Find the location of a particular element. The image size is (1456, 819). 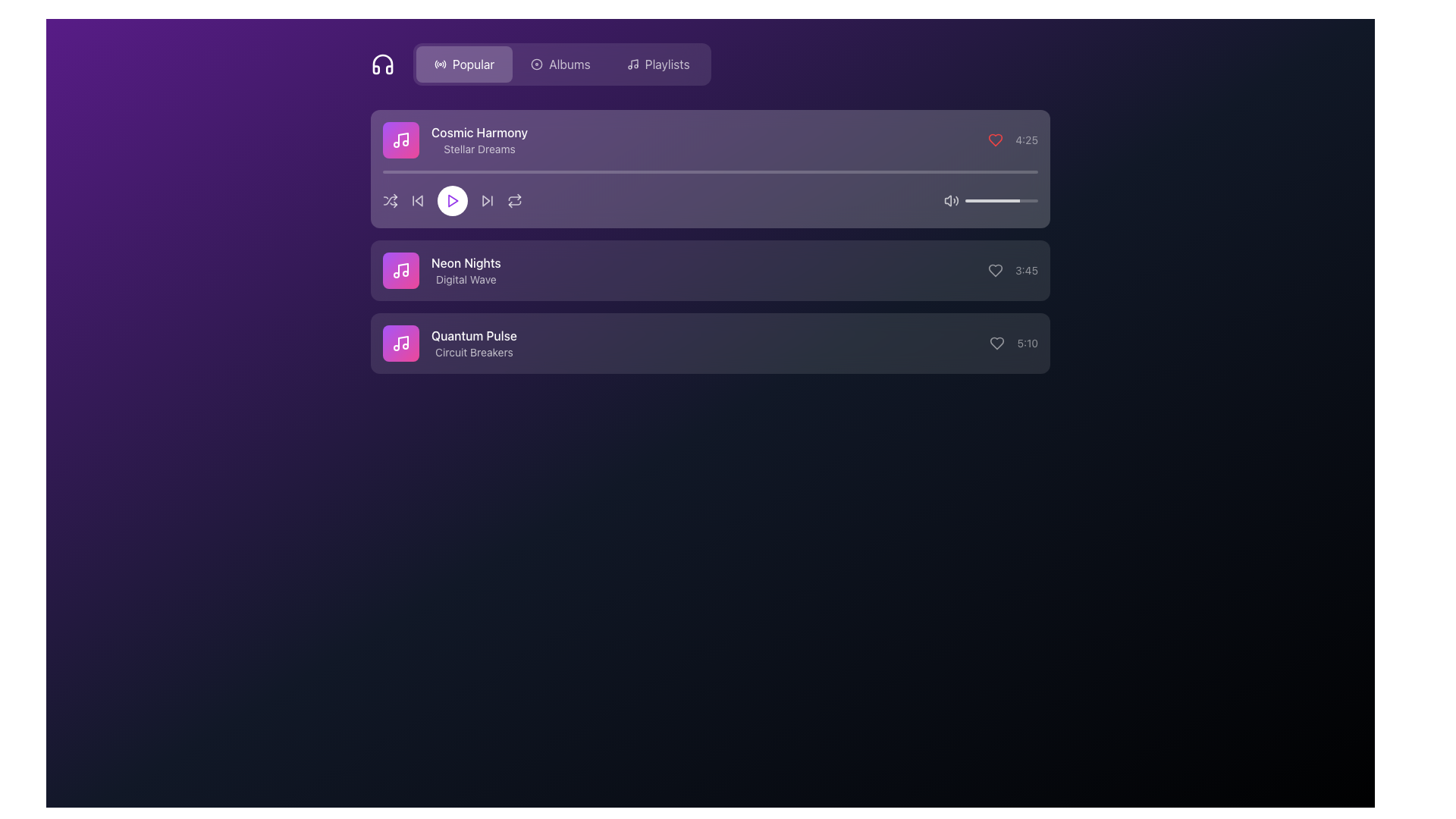

the triangular icon resembling a fast-forward indicator in the audio player controls is located at coordinates (486, 200).